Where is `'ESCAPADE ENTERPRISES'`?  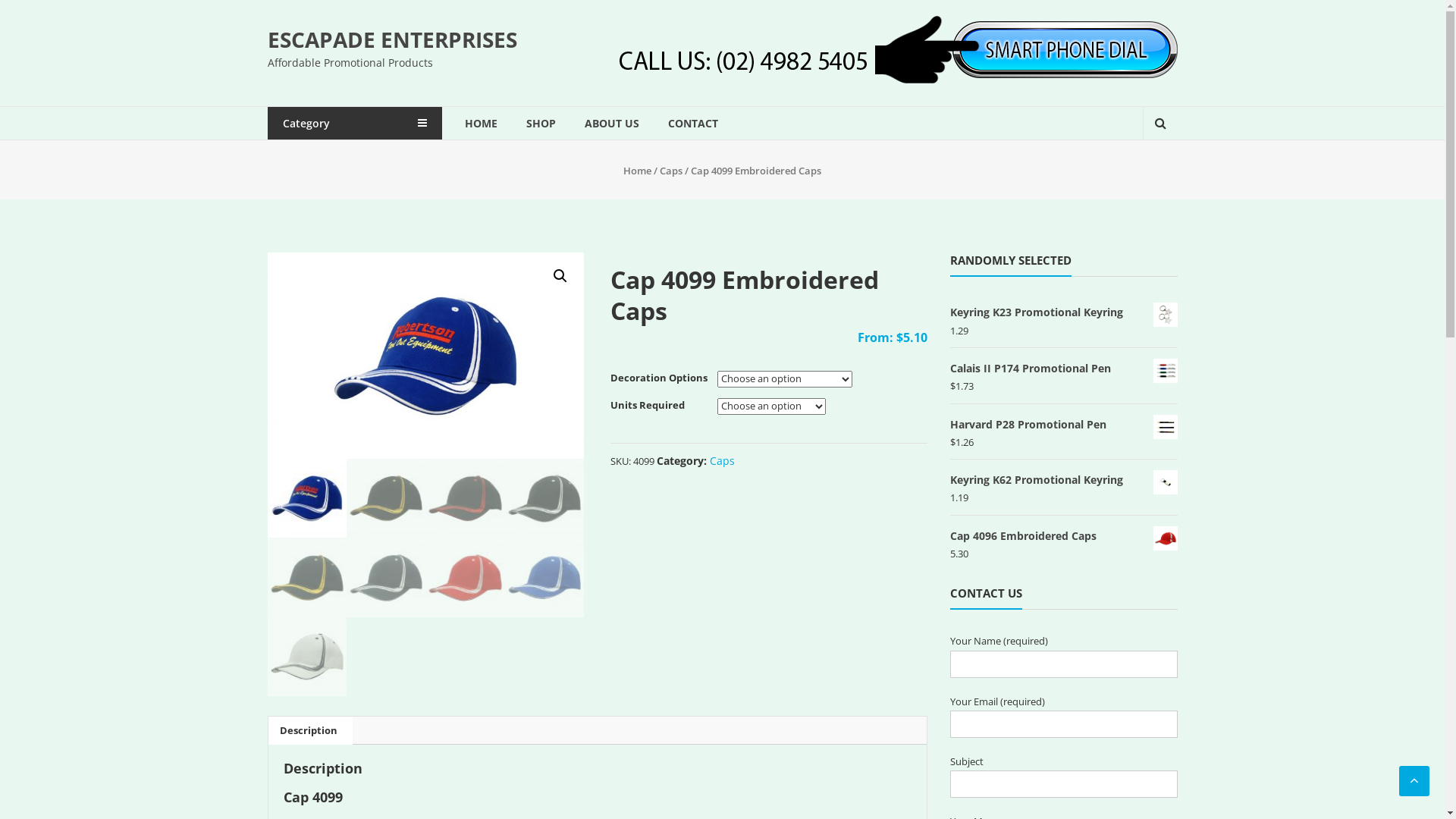
'ESCAPADE ENTERPRISES' is located at coordinates (266, 38).